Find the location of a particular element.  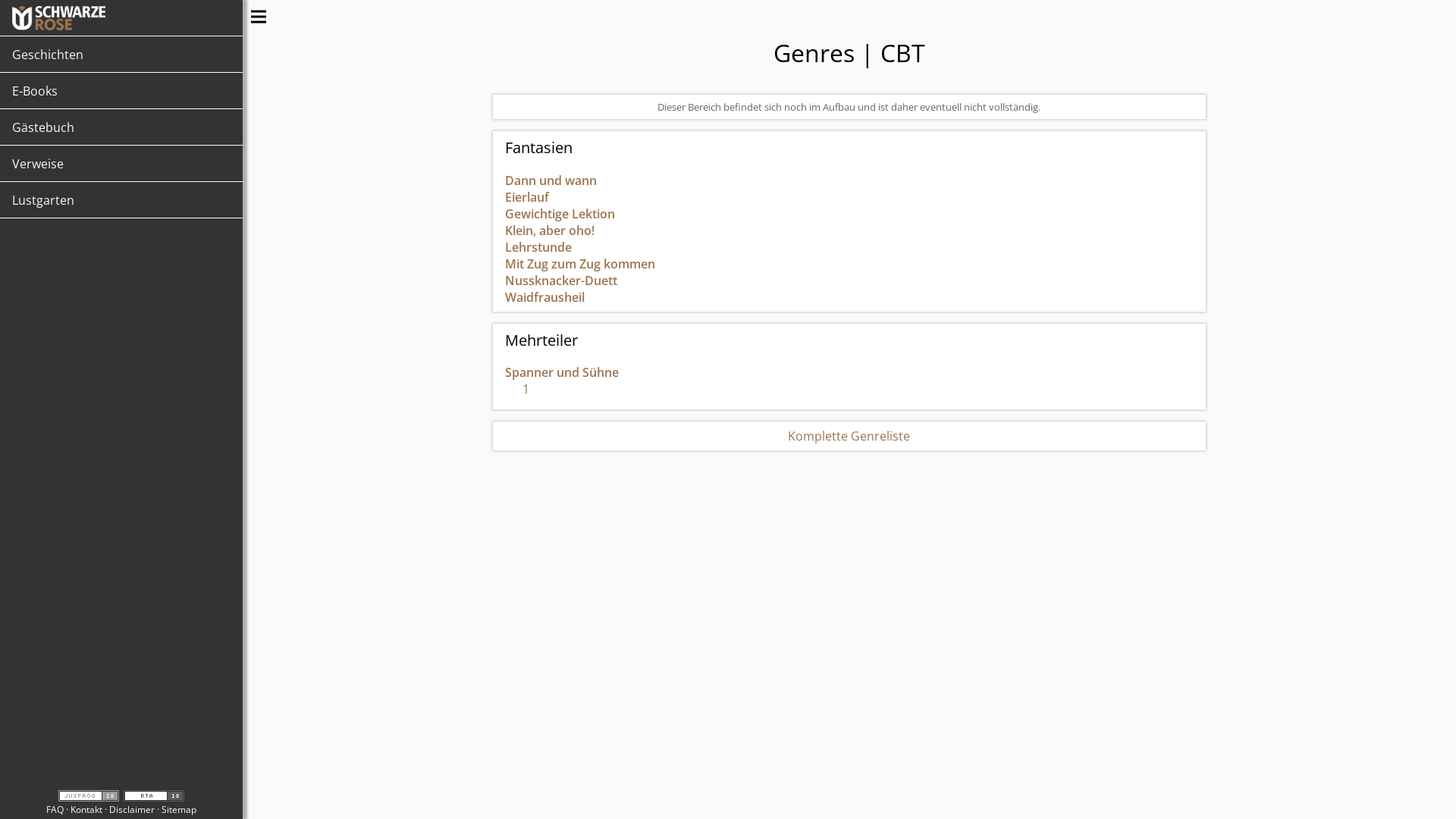

'Waidfrausheil' is located at coordinates (544, 297).